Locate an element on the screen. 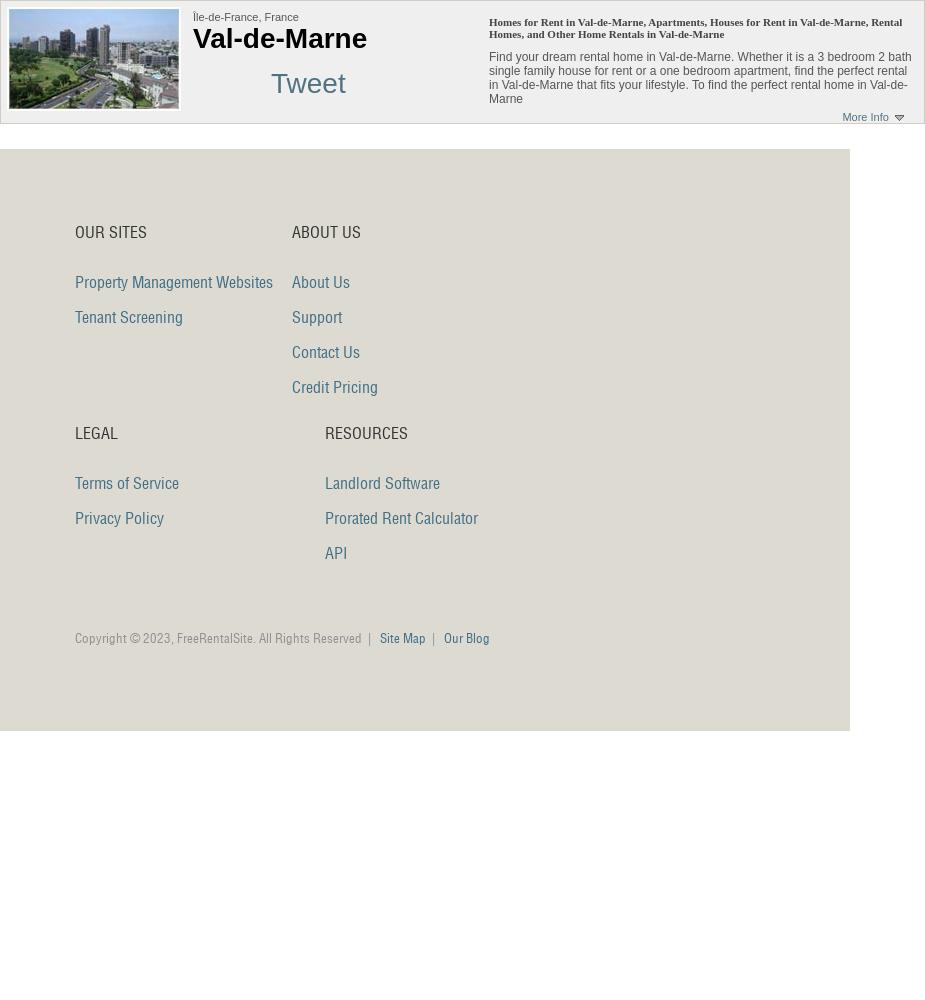 This screenshot has width=925, height=1000. 'Copyright © 2023, FreeRentalSite.  All Rights Reserved  |' is located at coordinates (226, 638).